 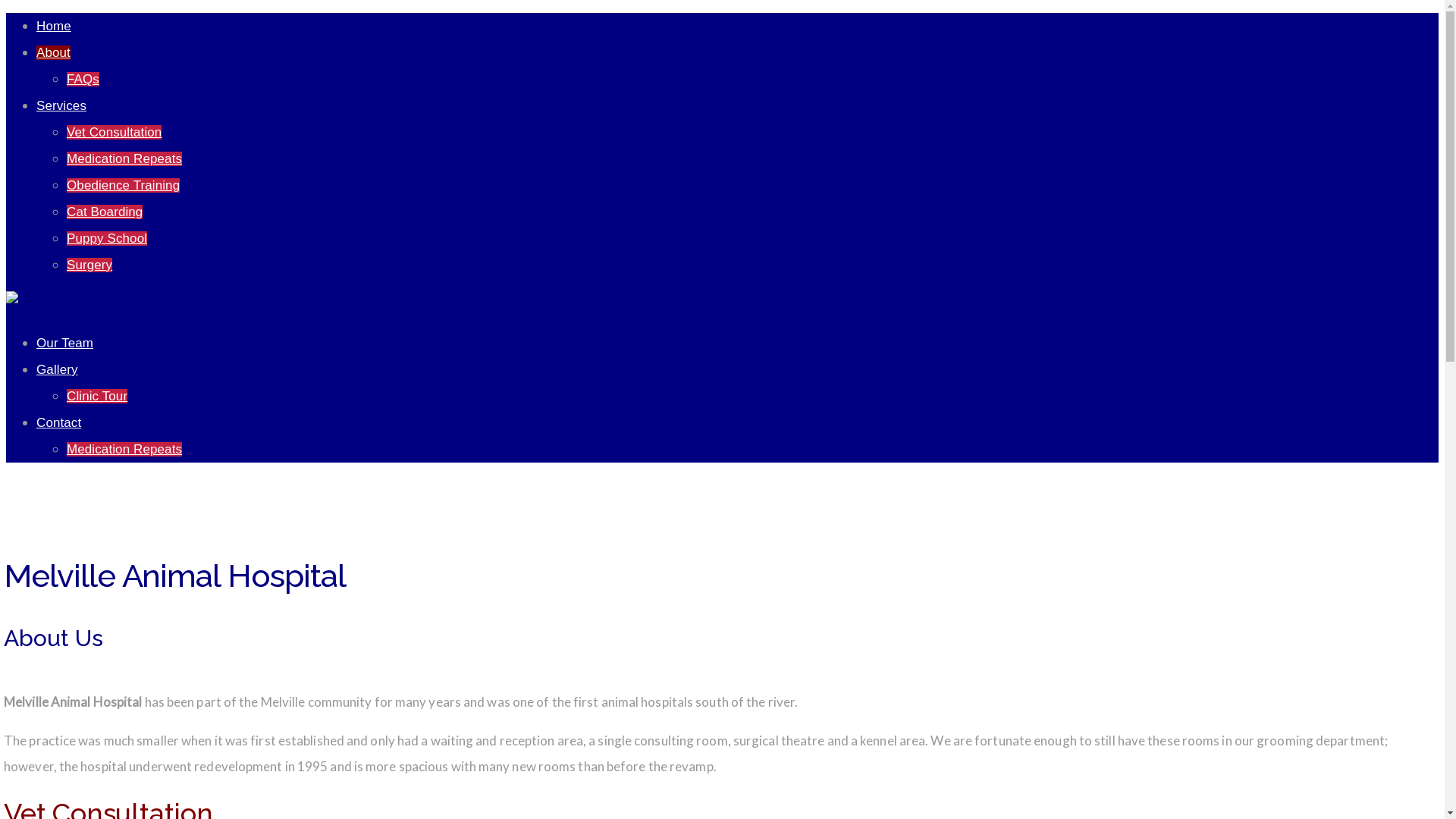 I want to click on 'Our Team', so click(x=36, y=343).